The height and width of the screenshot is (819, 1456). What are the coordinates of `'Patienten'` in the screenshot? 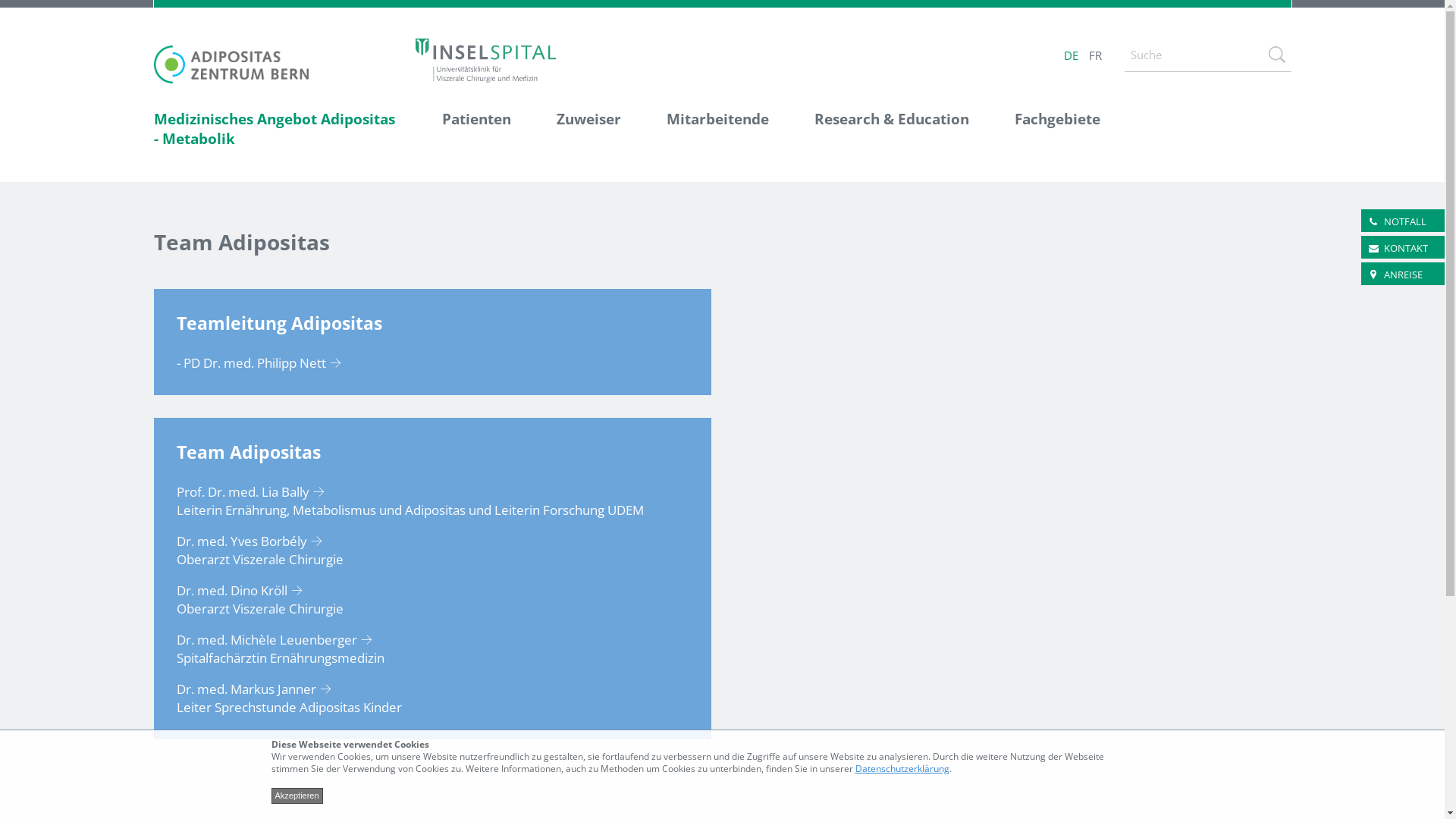 It's located at (475, 130).